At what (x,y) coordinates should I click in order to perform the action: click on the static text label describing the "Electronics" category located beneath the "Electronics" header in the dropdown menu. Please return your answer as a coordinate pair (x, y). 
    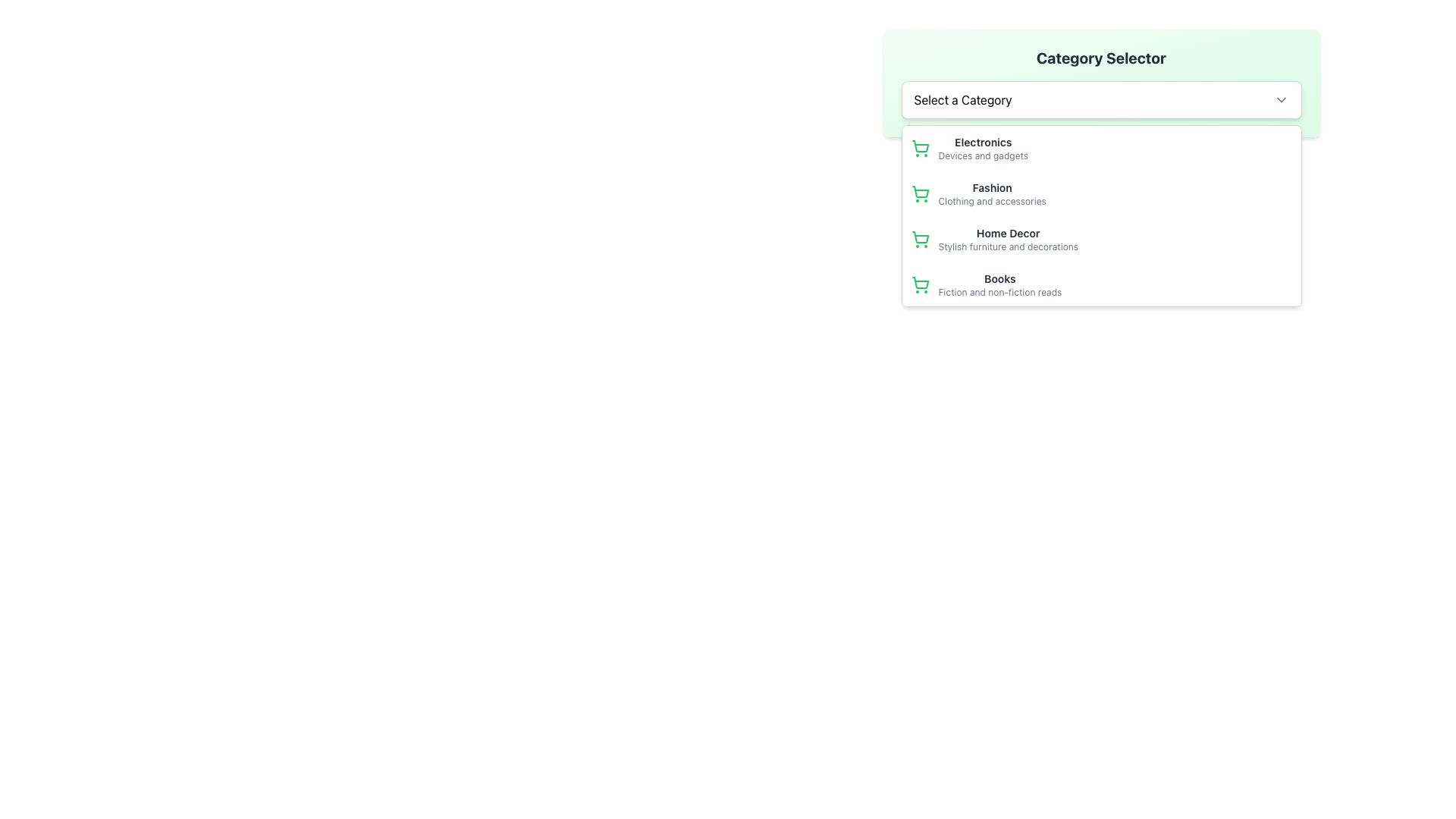
    Looking at the image, I should click on (983, 155).